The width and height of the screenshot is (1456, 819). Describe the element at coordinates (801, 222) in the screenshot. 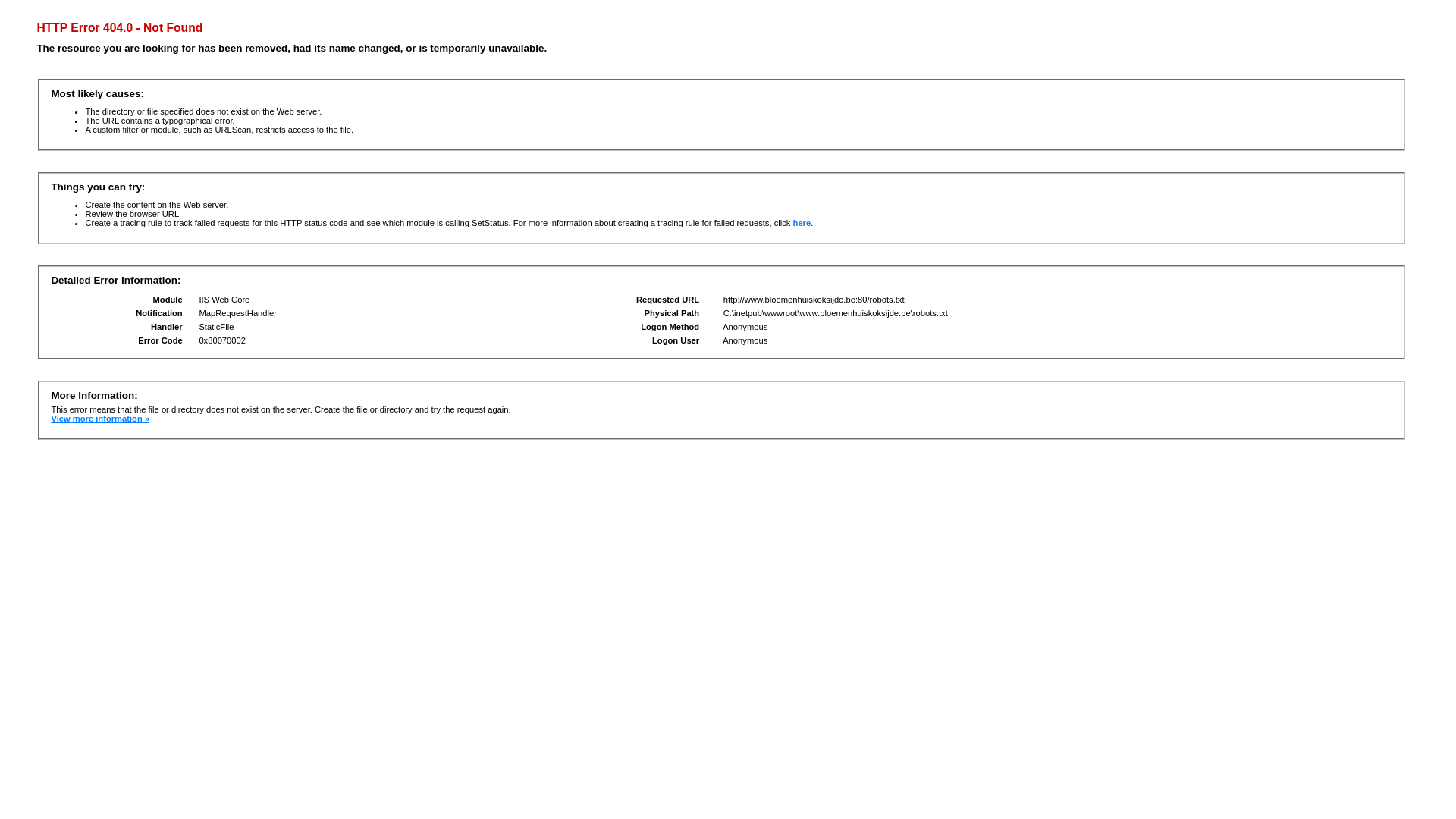

I see `'here'` at that location.